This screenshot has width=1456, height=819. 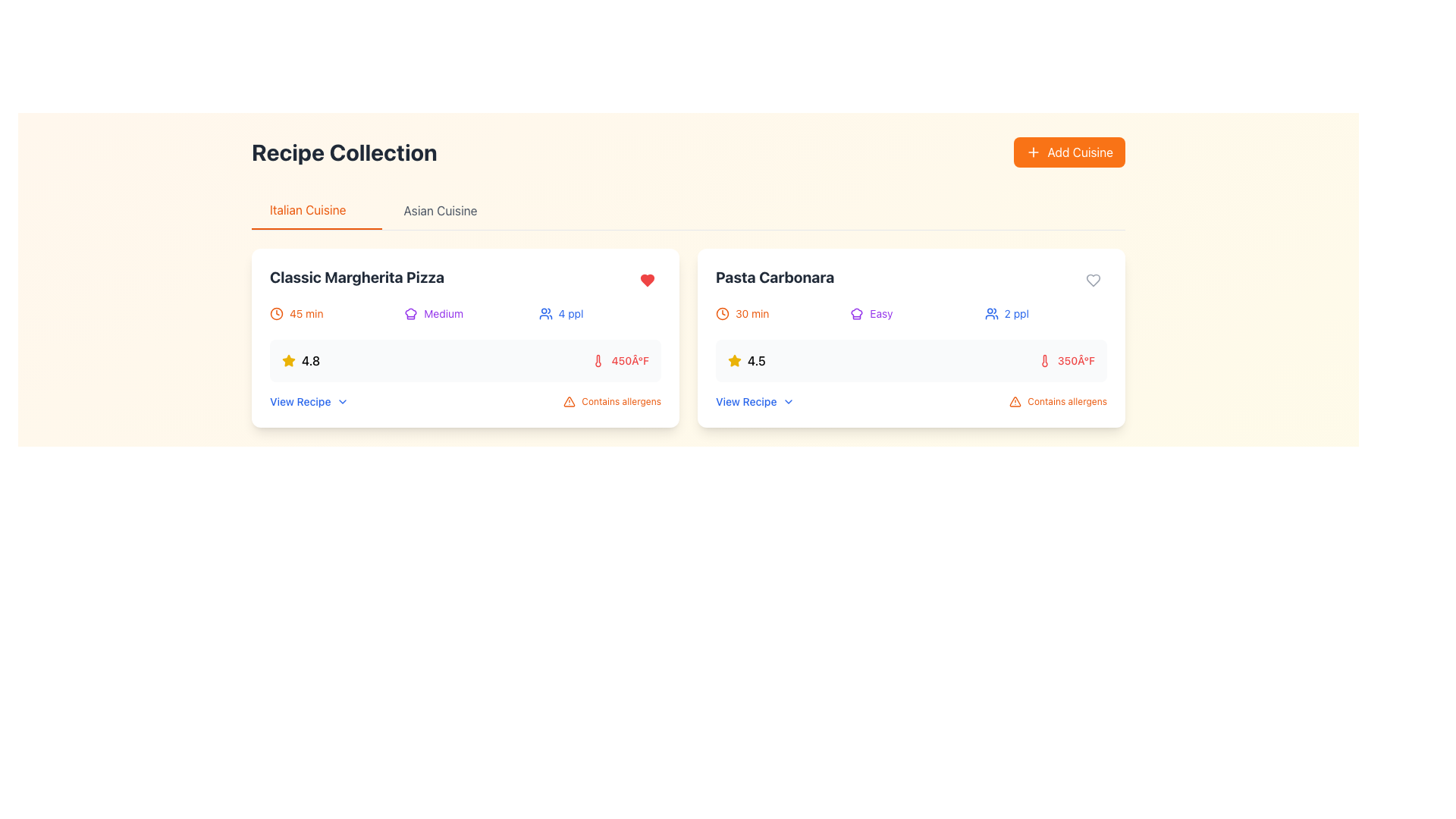 What do you see at coordinates (1057, 400) in the screenshot?
I see `the 'Contains allergens' text label with caution icon, which is bright orange and located in the bottom right corner of the 'Pasta Carbonara' recipe card` at bounding box center [1057, 400].